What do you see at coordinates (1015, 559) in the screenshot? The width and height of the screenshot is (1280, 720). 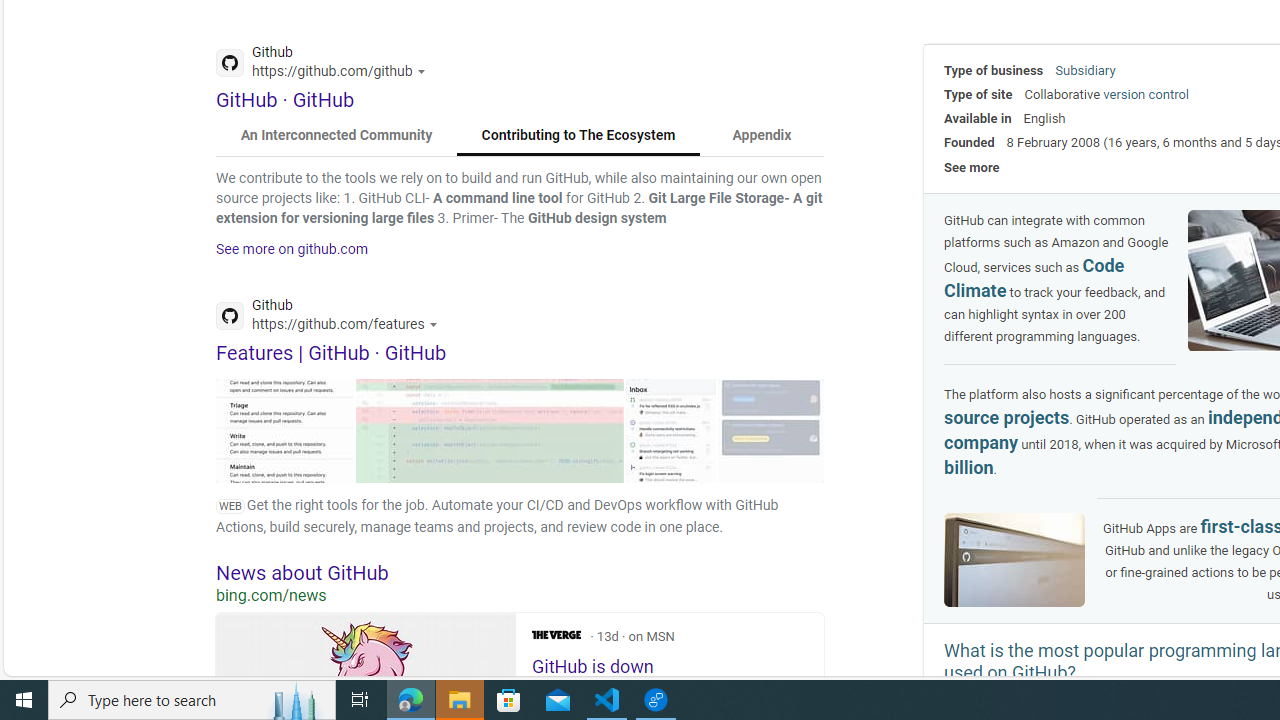 I see `'Image of GitHub'` at bounding box center [1015, 559].